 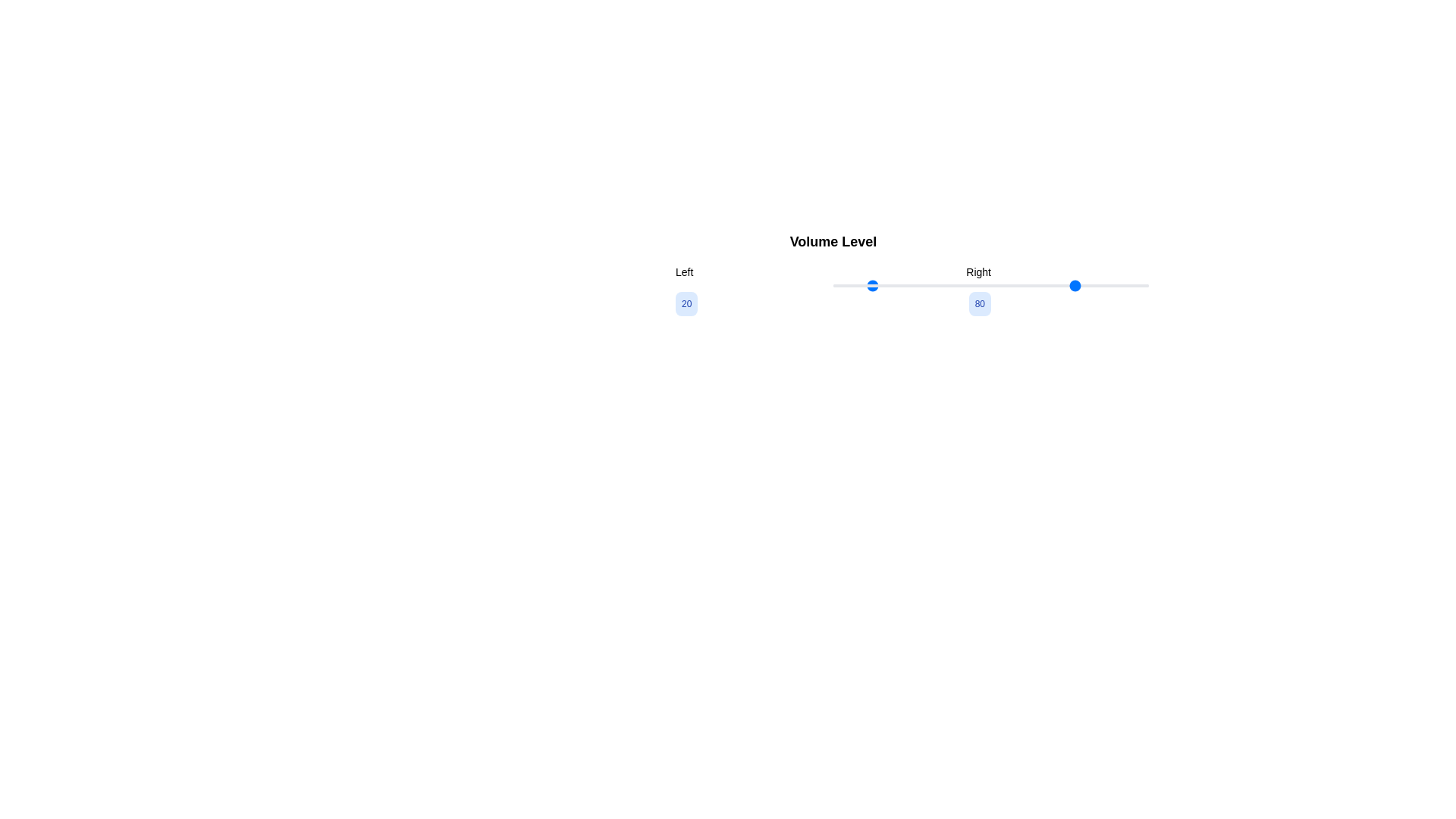 What do you see at coordinates (980, 304) in the screenshot?
I see `the text label displaying the numeric value '80' with a rounded light blue background, which is positioned to the right of another label displaying '20'` at bounding box center [980, 304].